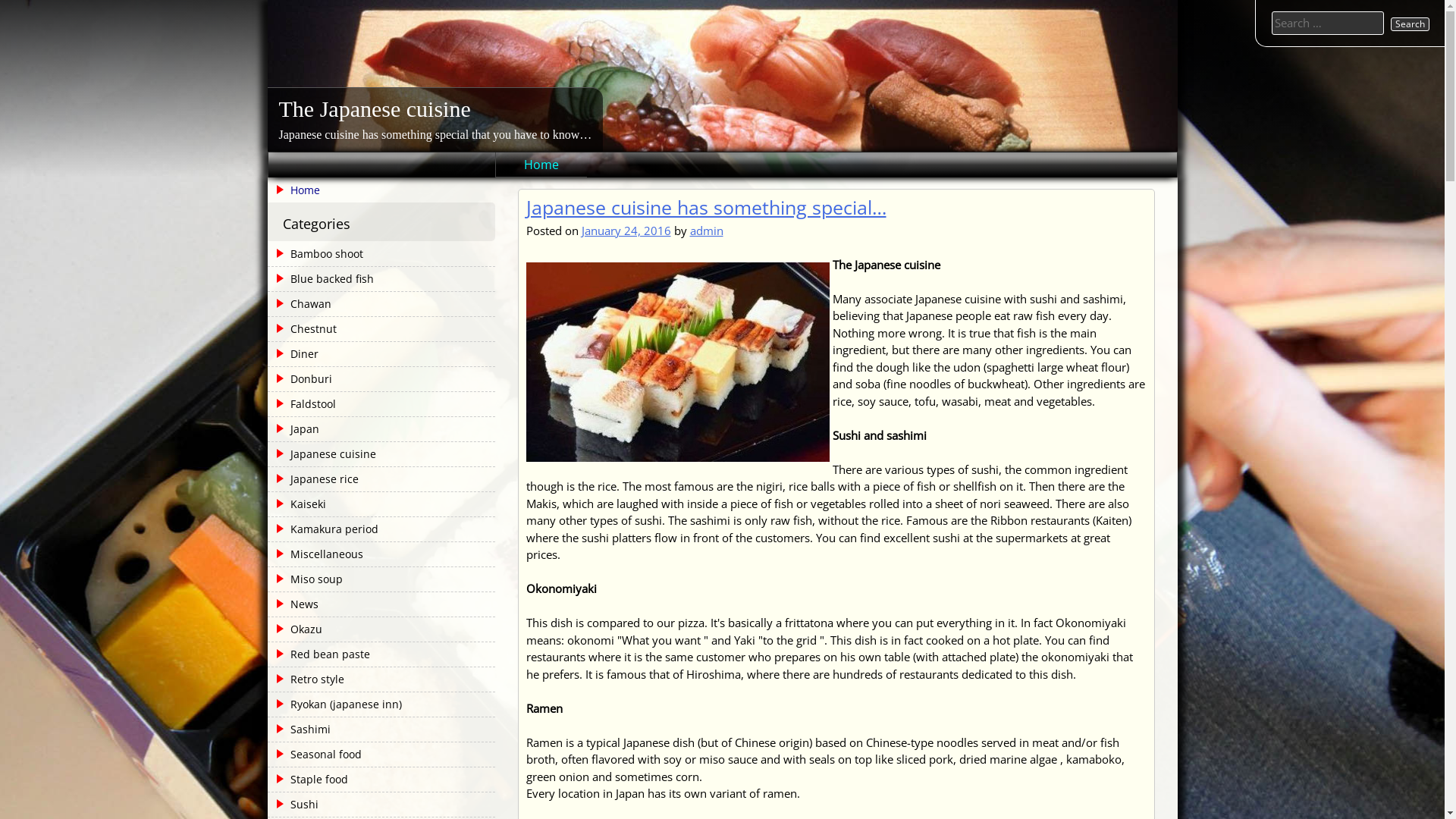 This screenshot has height=819, width=1456. What do you see at coordinates (298, 504) in the screenshot?
I see `'Kaiseki'` at bounding box center [298, 504].